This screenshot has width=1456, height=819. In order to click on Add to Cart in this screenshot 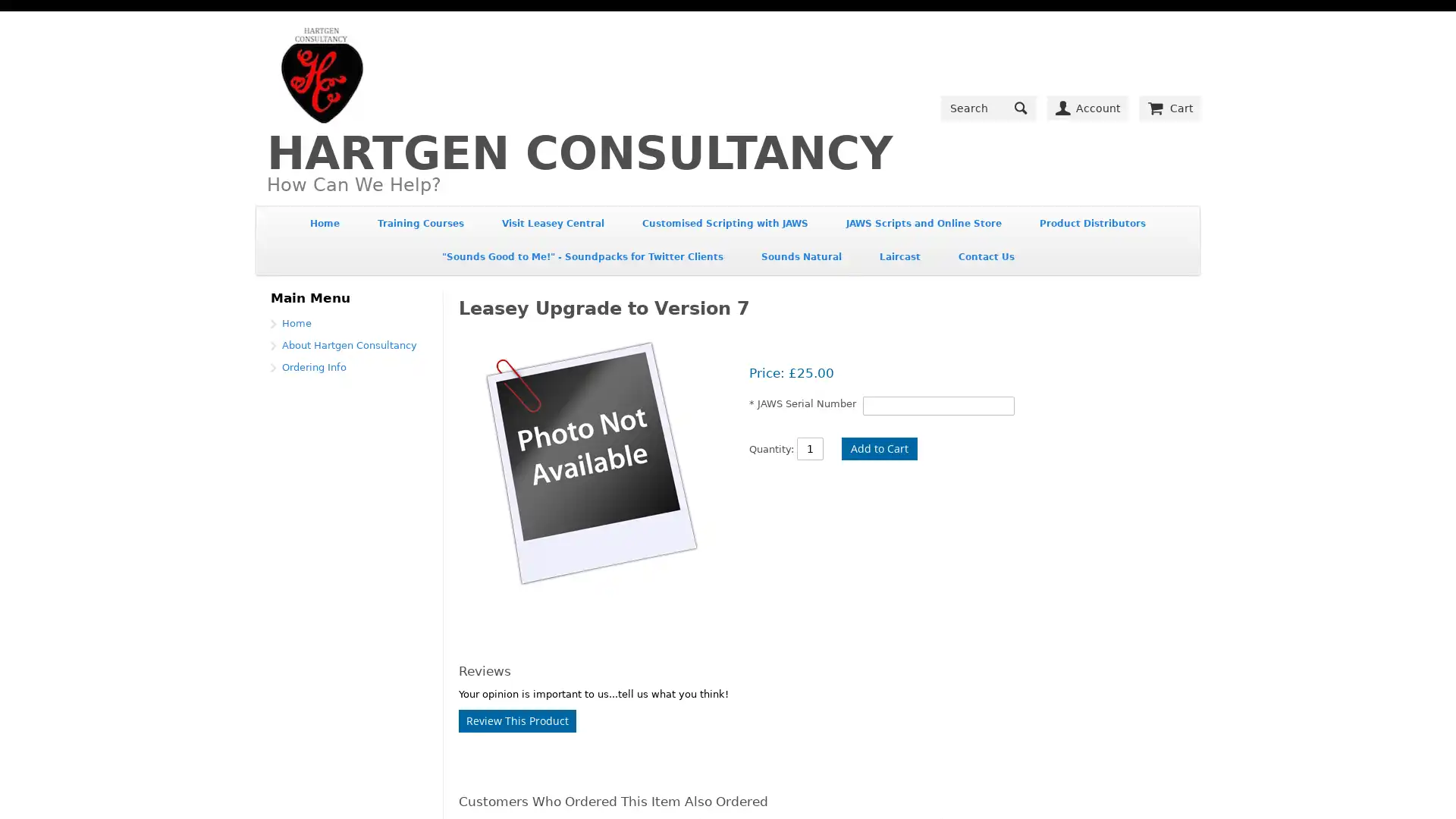, I will do `click(880, 449)`.